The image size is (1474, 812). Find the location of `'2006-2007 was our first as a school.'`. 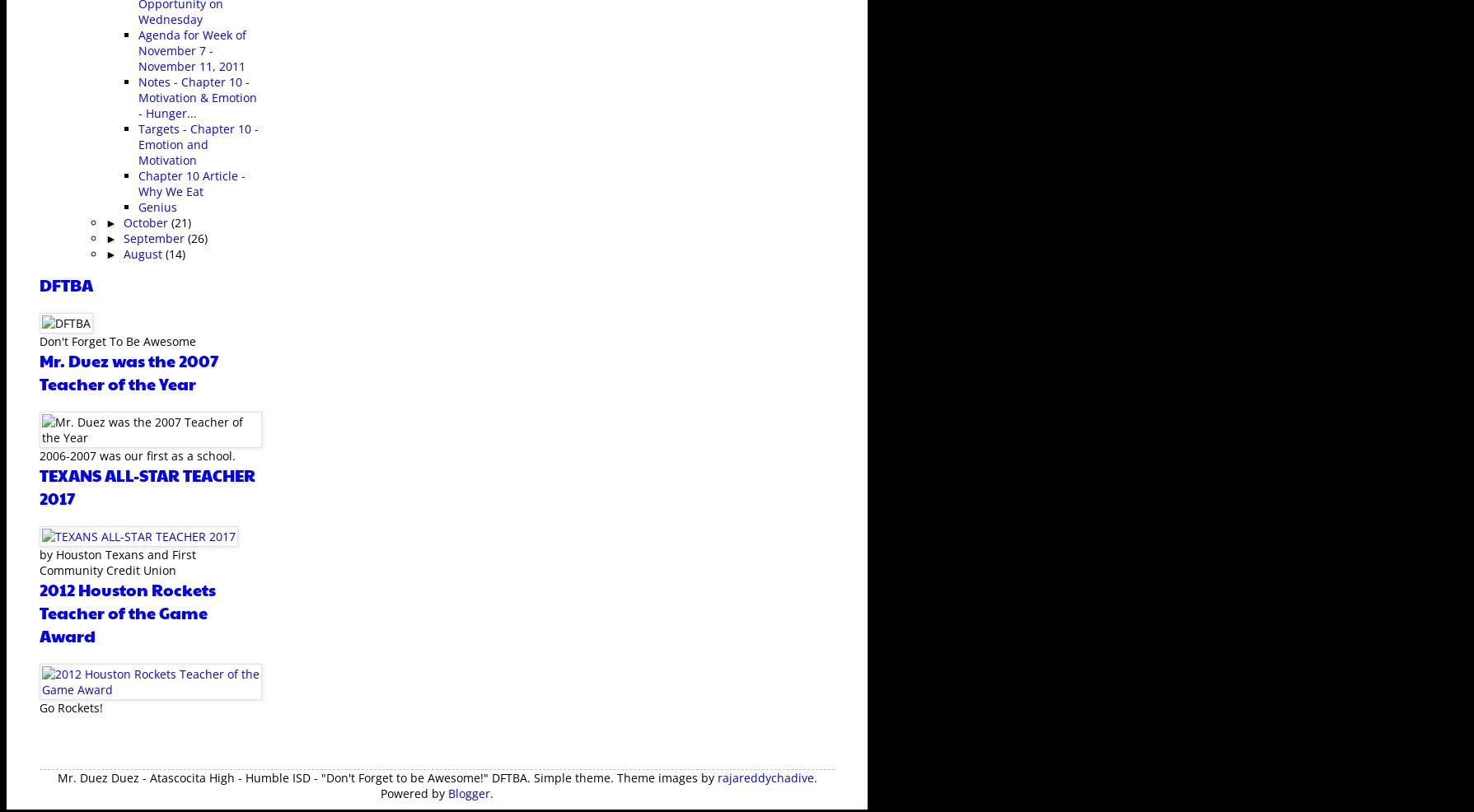

'2006-2007 was our first as a school.' is located at coordinates (137, 454).